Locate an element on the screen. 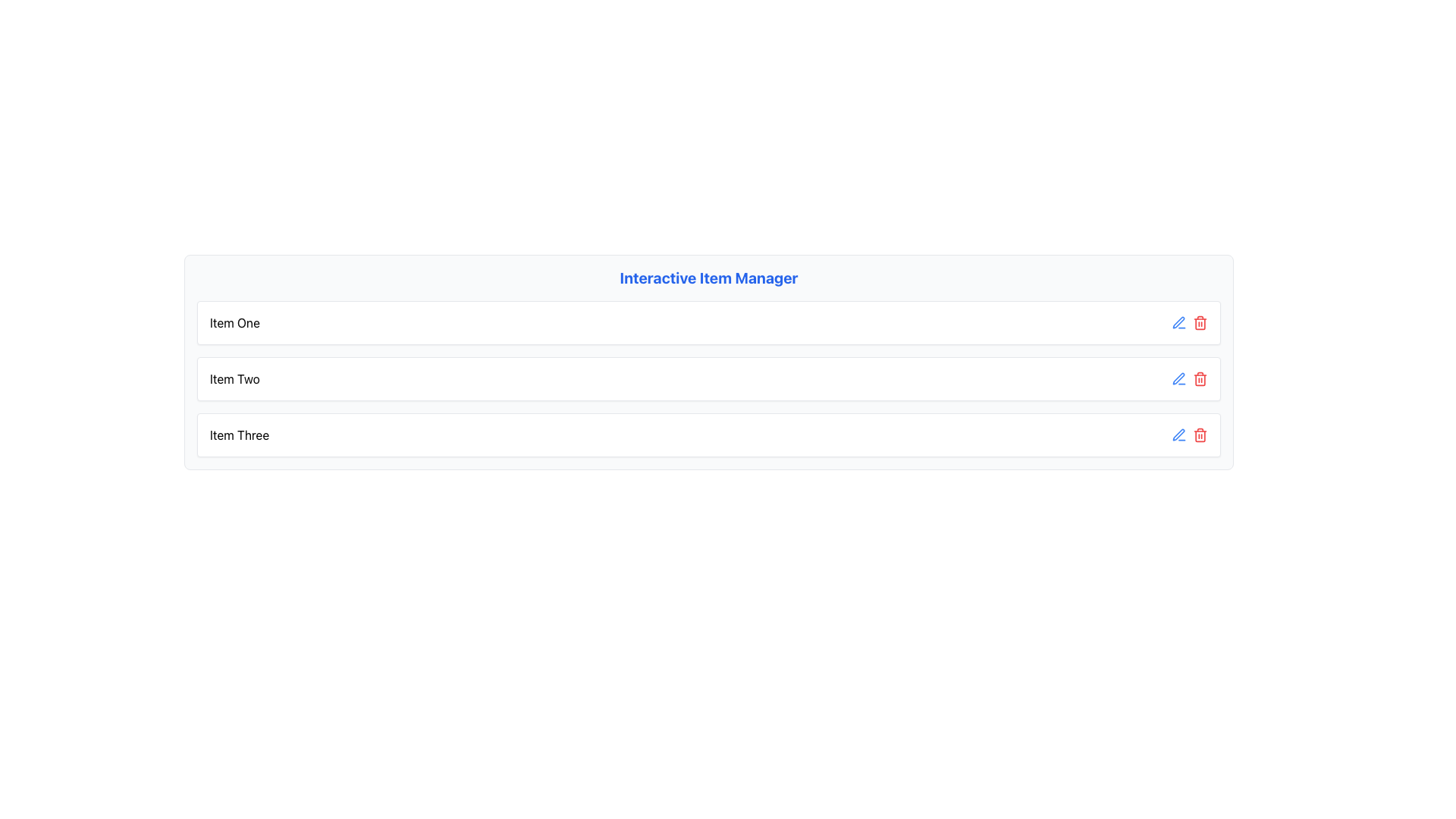 The width and height of the screenshot is (1456, 819). the text label displaying 'Item One' is located at coordinates (234, 322).